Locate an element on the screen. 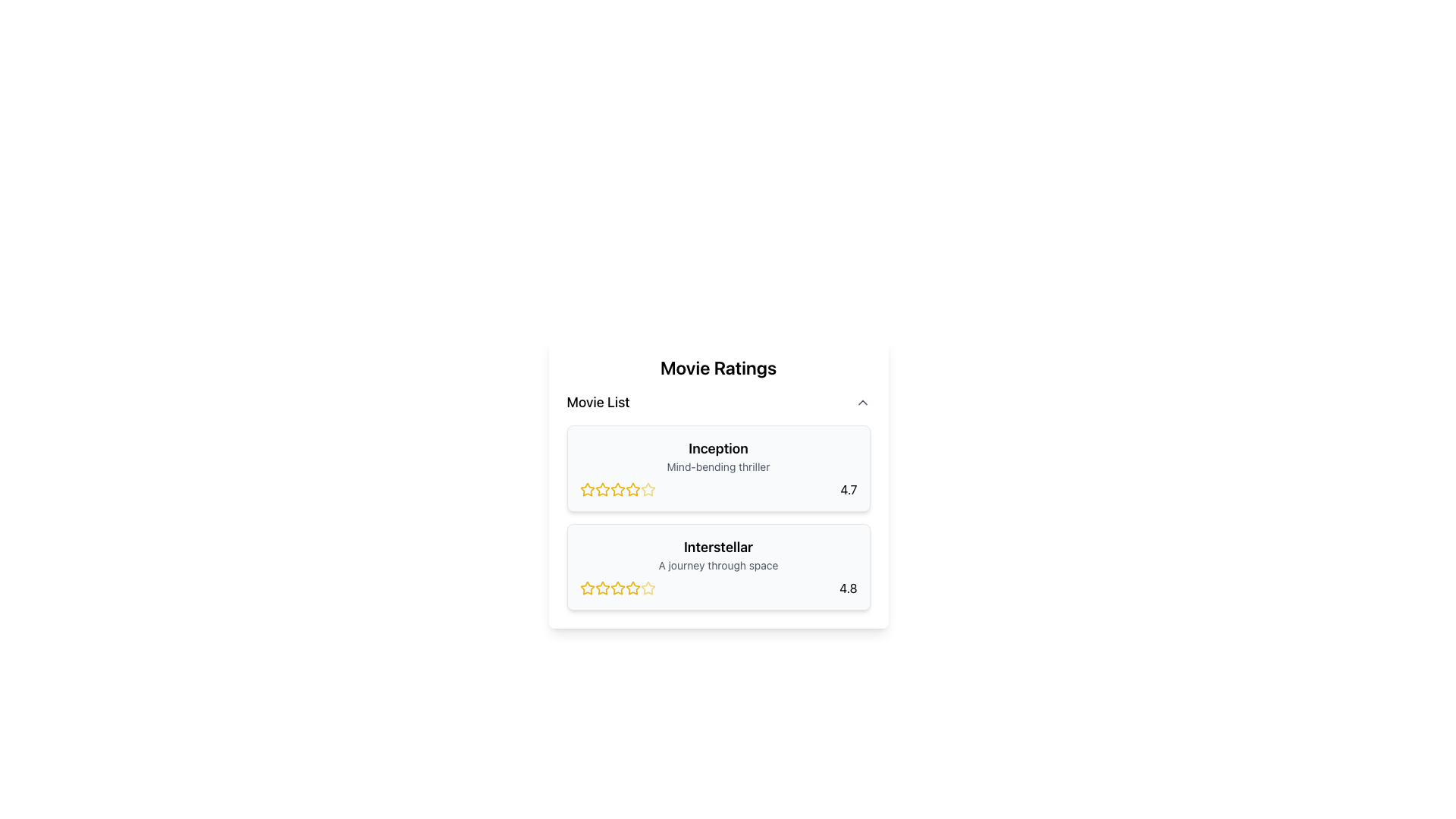 The image size is (1456, 819). the fifth yellow star icon in the rating system under the 'Interstellar' movie entry to rate it is located at coordinates (632, 587).